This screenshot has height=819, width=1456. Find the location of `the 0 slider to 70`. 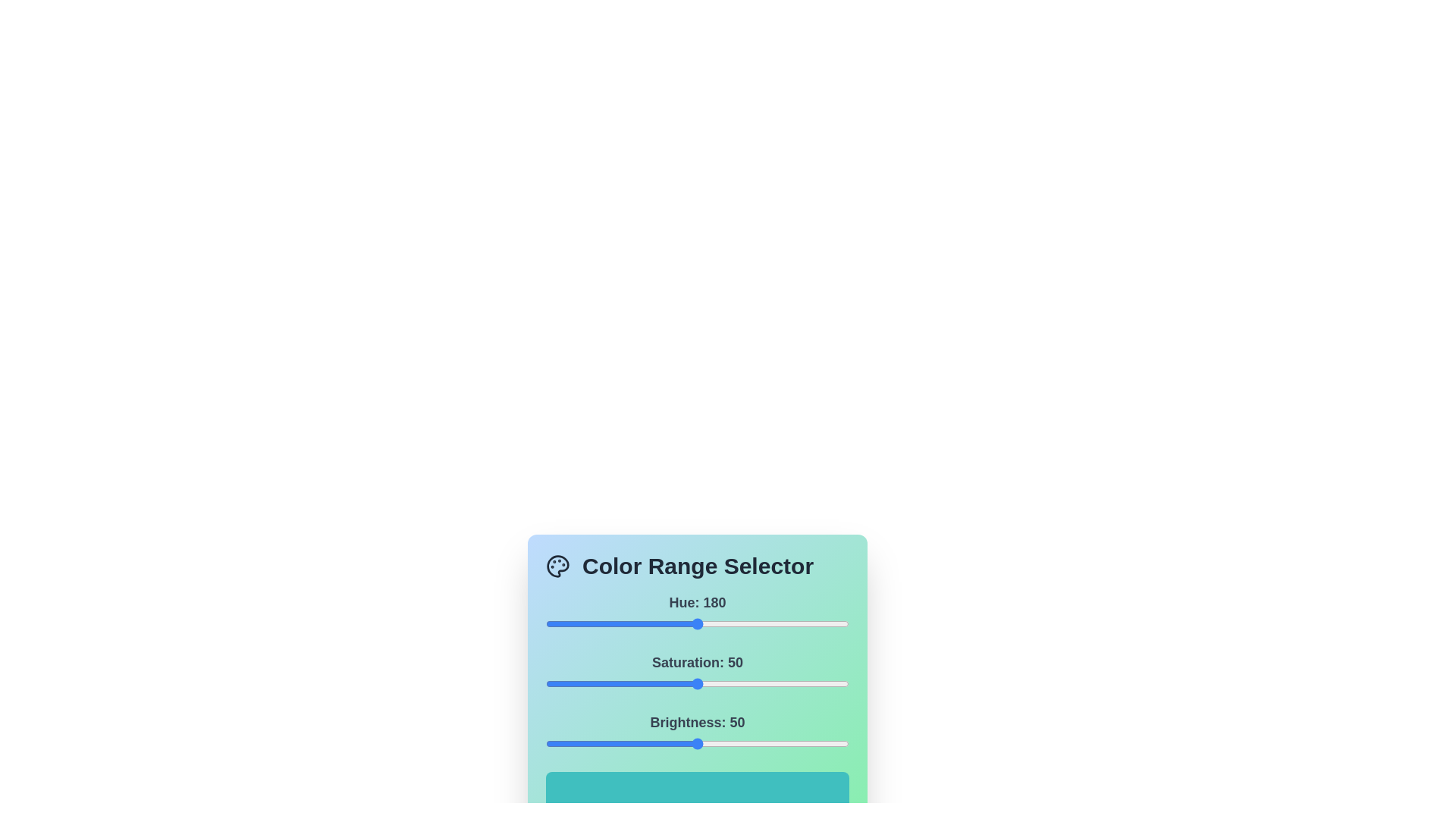

the 0 slider to 70 is located at coordinates (604, 623).